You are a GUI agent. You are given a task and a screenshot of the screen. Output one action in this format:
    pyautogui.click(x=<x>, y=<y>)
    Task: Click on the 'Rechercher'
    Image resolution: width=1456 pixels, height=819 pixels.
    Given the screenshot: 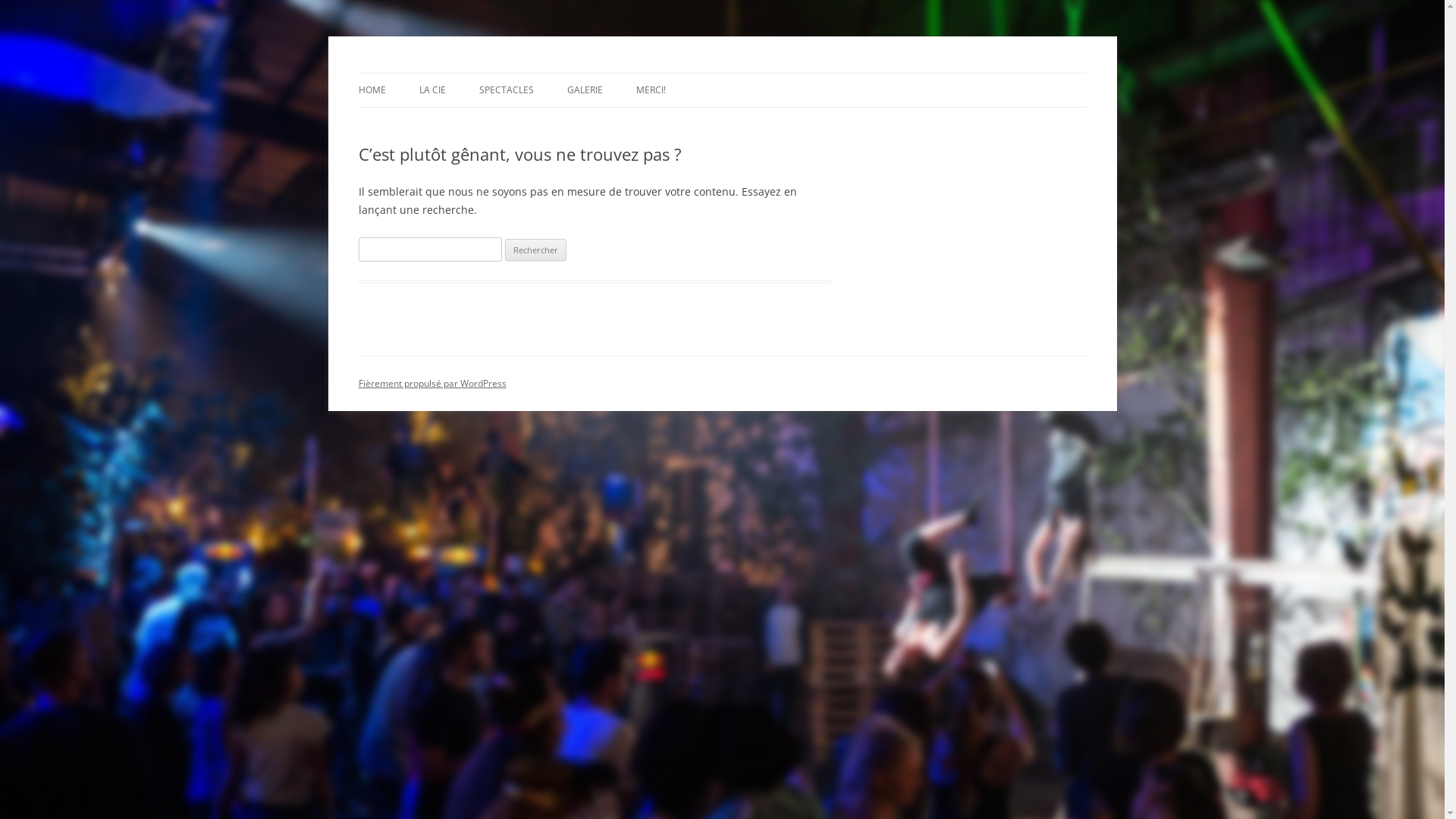 What is the action you would take?
    pyautogui.click(x=535, y=249)
    